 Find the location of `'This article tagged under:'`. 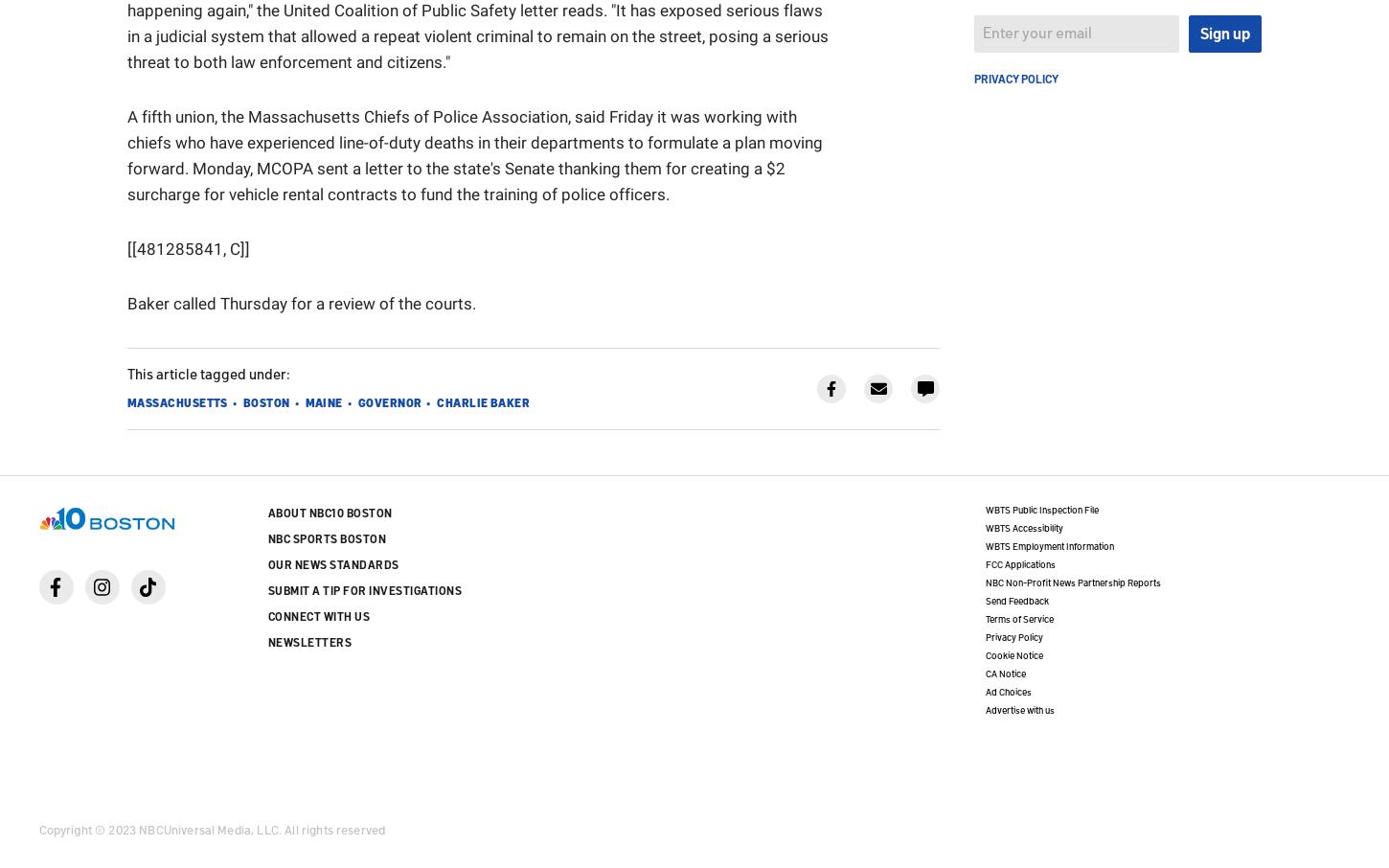

'This article tagged under:' is located at coordinates (207, 371).